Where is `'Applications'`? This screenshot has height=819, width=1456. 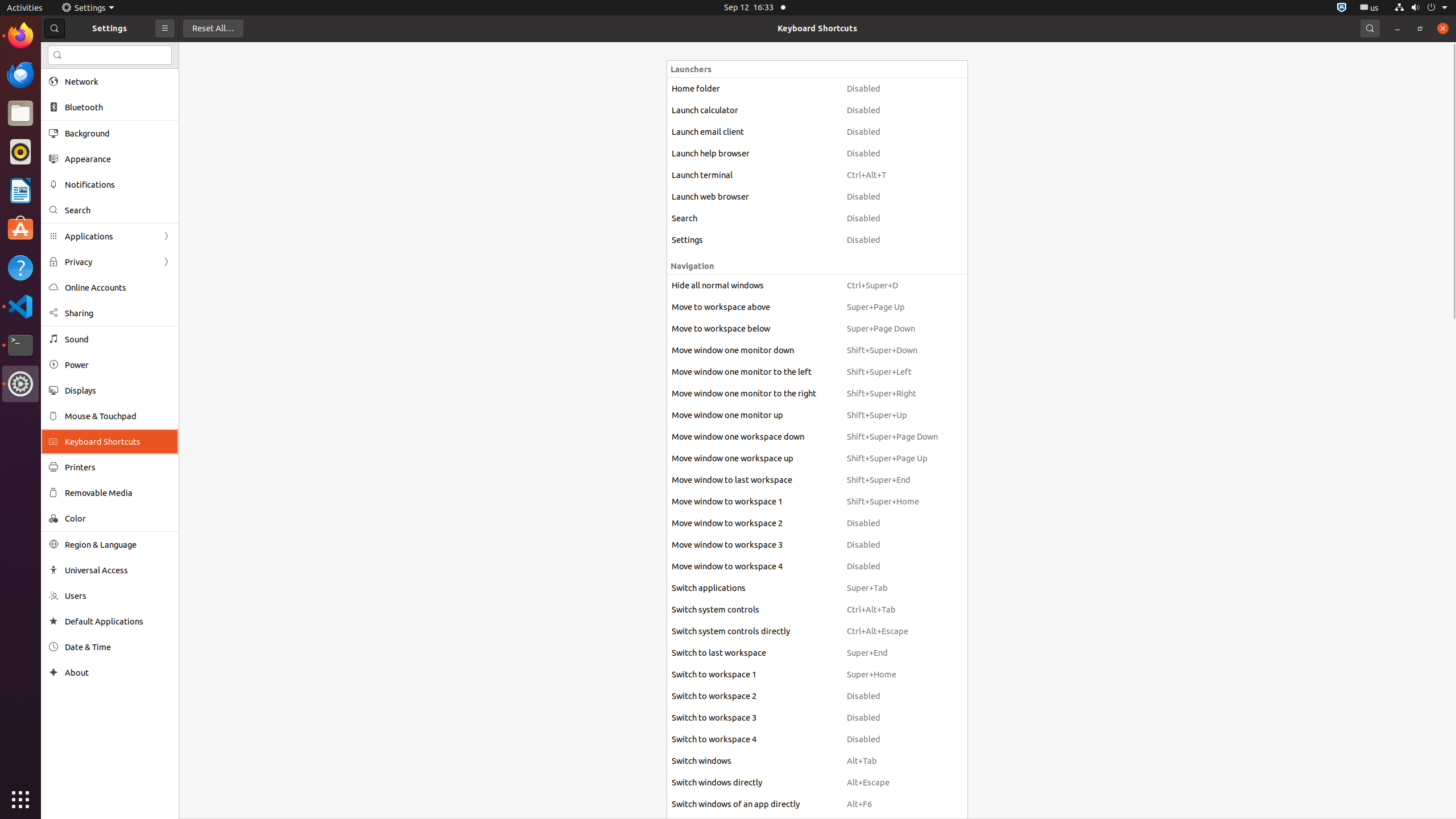
'Applications' is located at coordinates (109, 235).